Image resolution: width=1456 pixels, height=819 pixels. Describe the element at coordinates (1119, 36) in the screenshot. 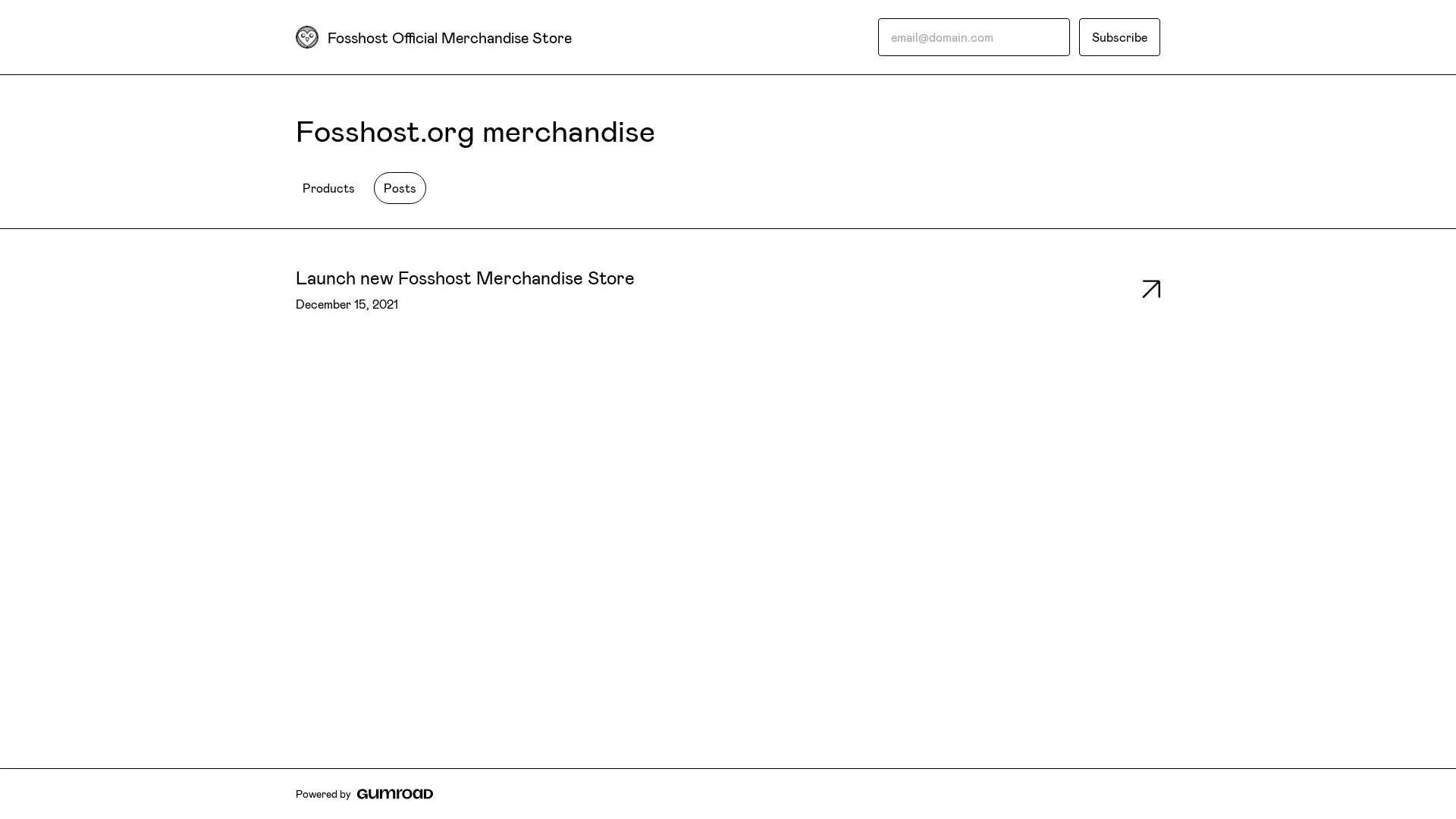

I see `Subscribe` at that location.